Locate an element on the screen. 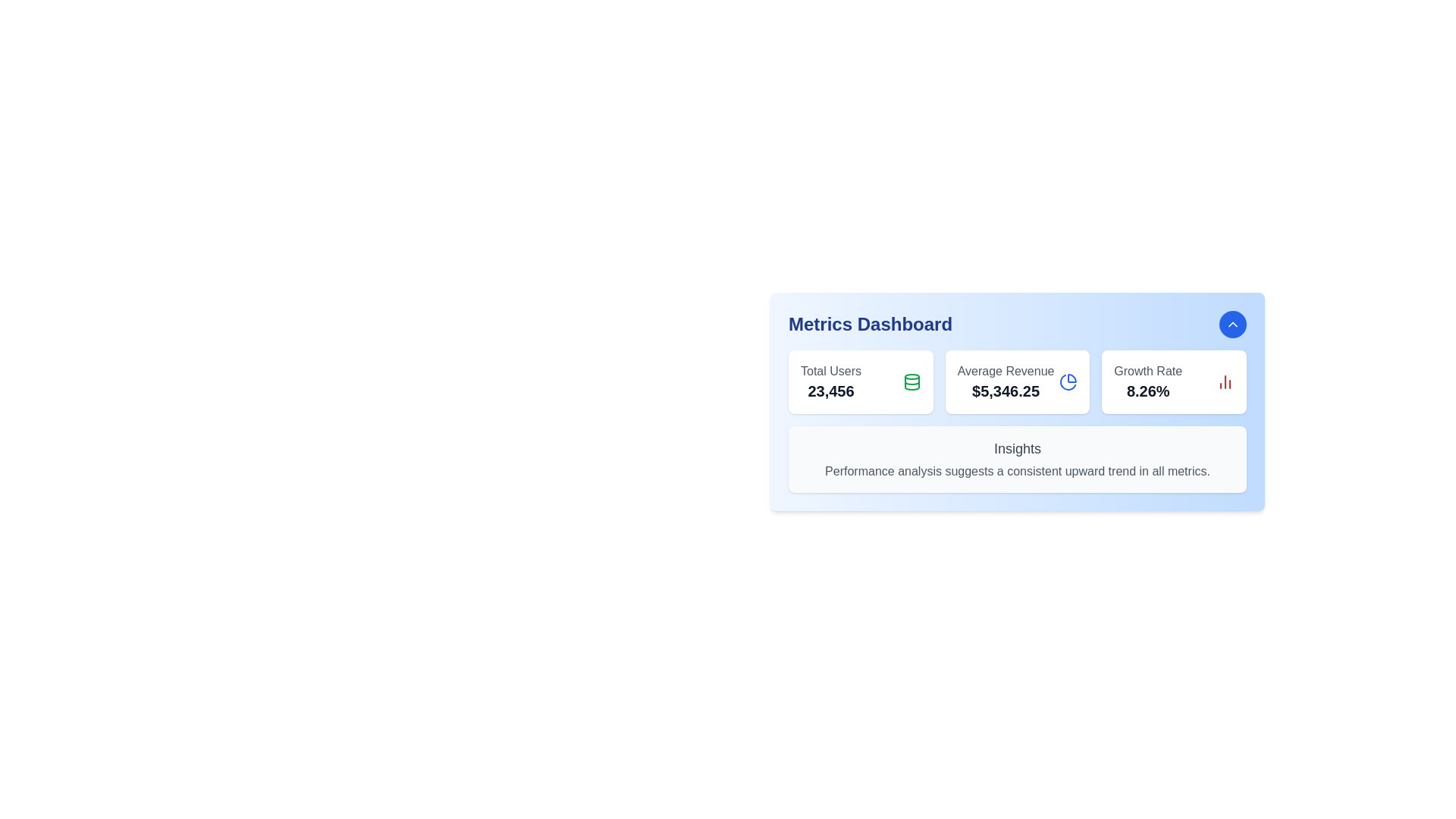 Image resolution: width=1456 pixels, height=819 pixels. the Informational Card displaying the 'Average Revenue' metric of '$5,346.25' in the Metrics Dashboard section is located at coordinates (1018, 381).